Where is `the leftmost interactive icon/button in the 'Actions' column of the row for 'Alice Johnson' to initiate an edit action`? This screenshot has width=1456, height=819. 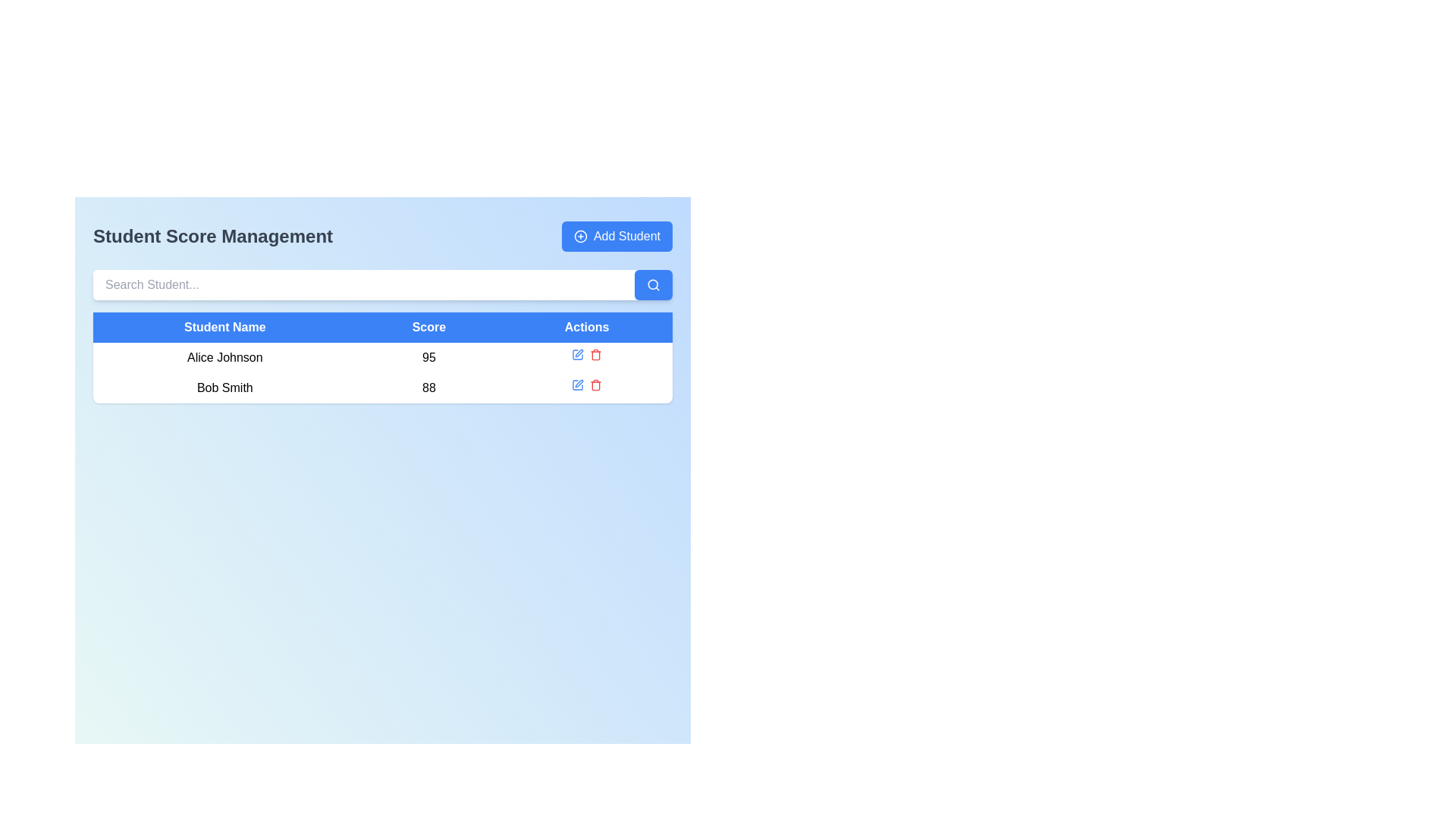
the leftmost interactive icon/button in the 'Actions' column of the row for 'Alice Johnson' to initiate an edit action is located at coordinates (577, 354).